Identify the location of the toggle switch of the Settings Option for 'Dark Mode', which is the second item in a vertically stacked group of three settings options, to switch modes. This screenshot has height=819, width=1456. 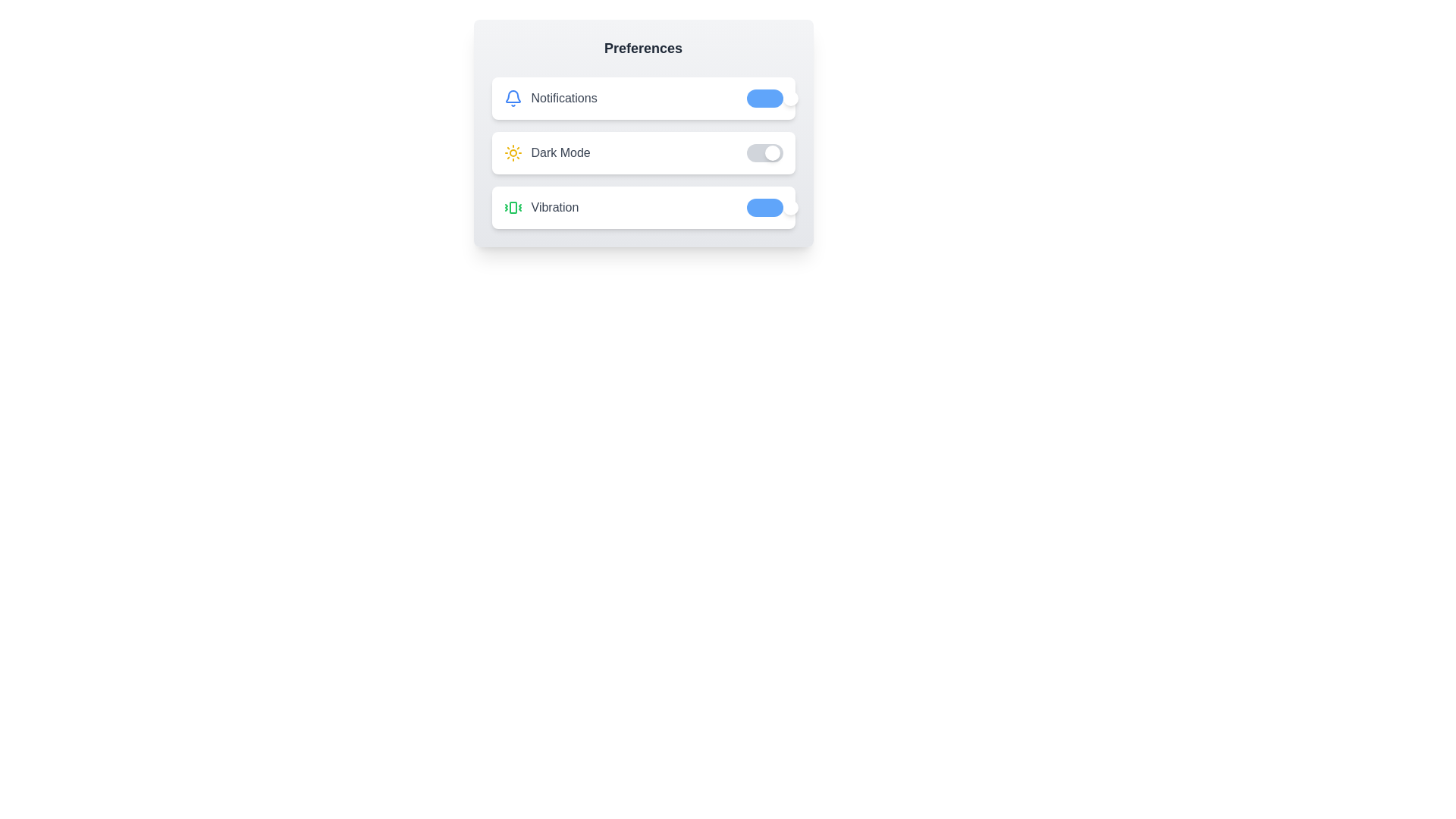
(643, 152).